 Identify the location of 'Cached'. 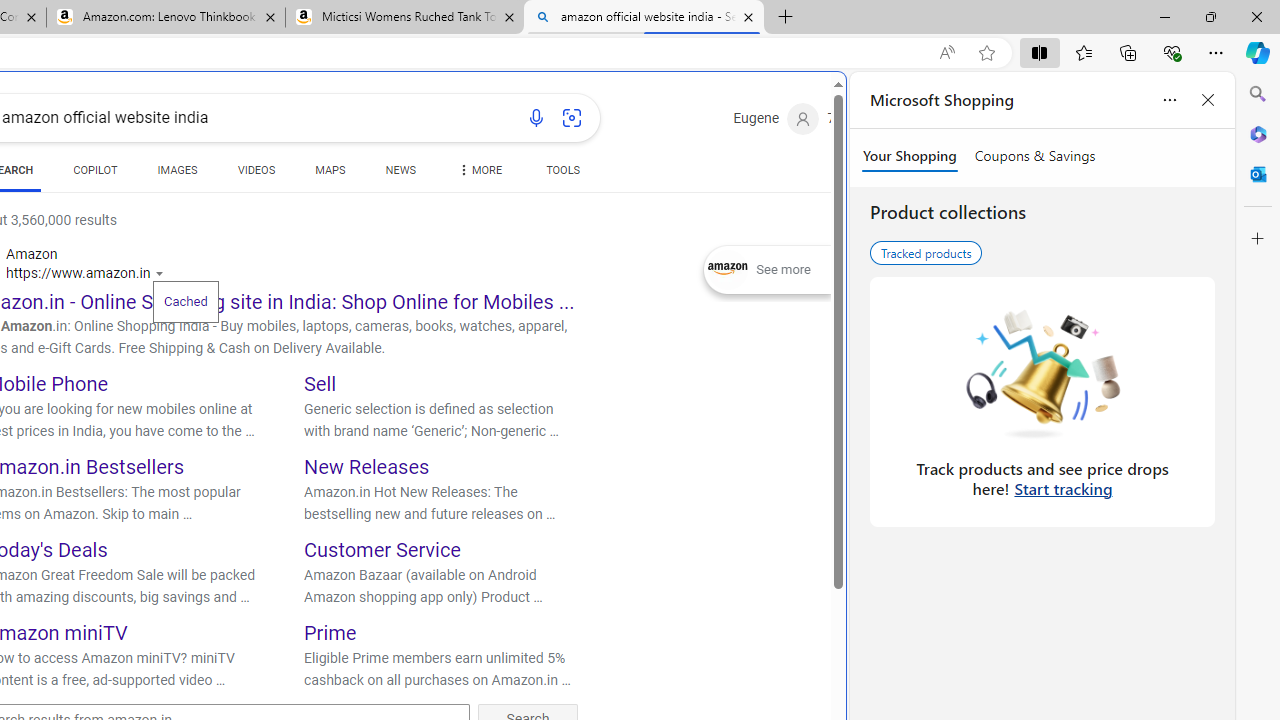
(185, 301).